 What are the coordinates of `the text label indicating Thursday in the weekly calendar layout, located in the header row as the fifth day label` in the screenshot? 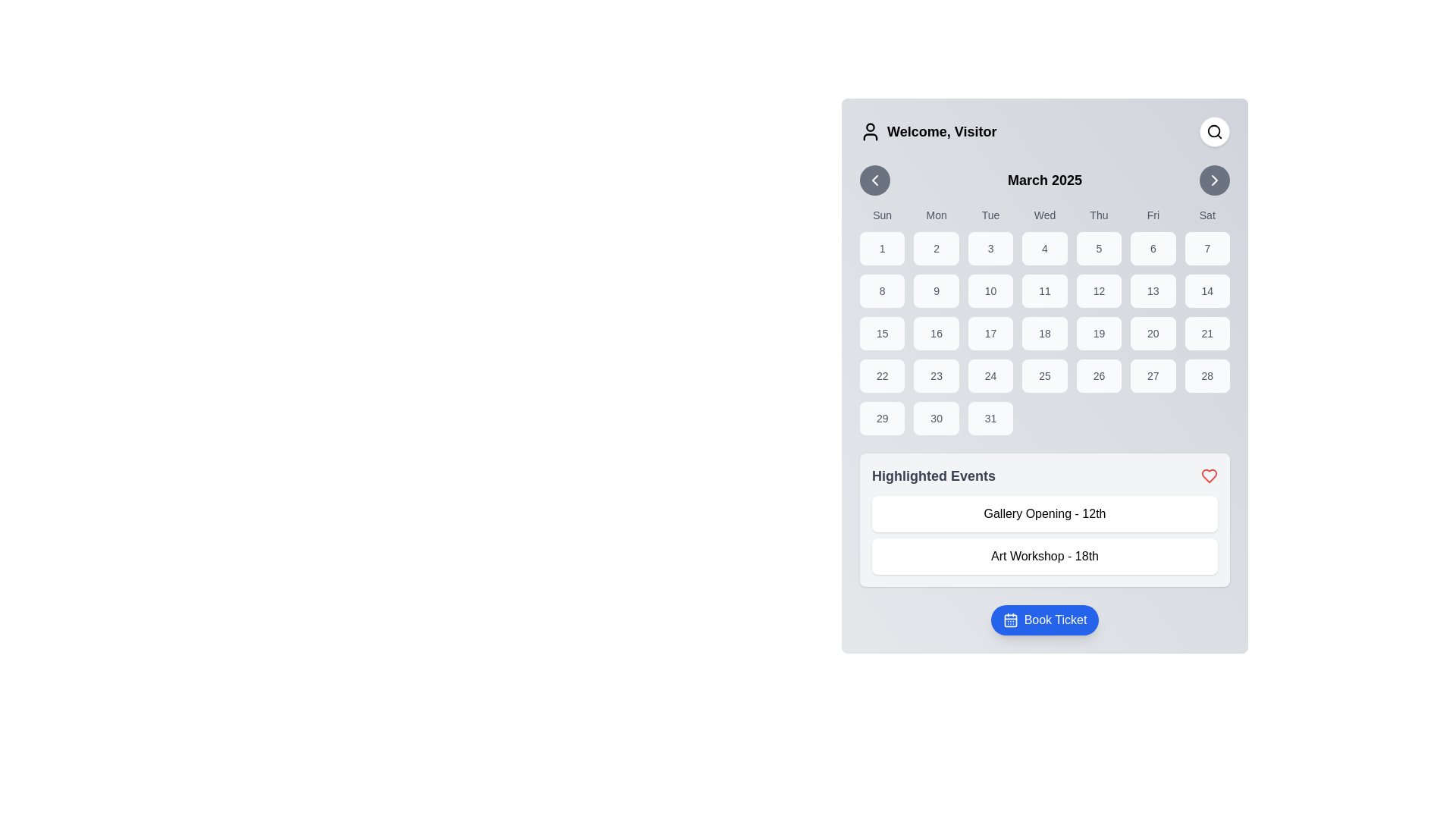 It's located at (1099, 215).